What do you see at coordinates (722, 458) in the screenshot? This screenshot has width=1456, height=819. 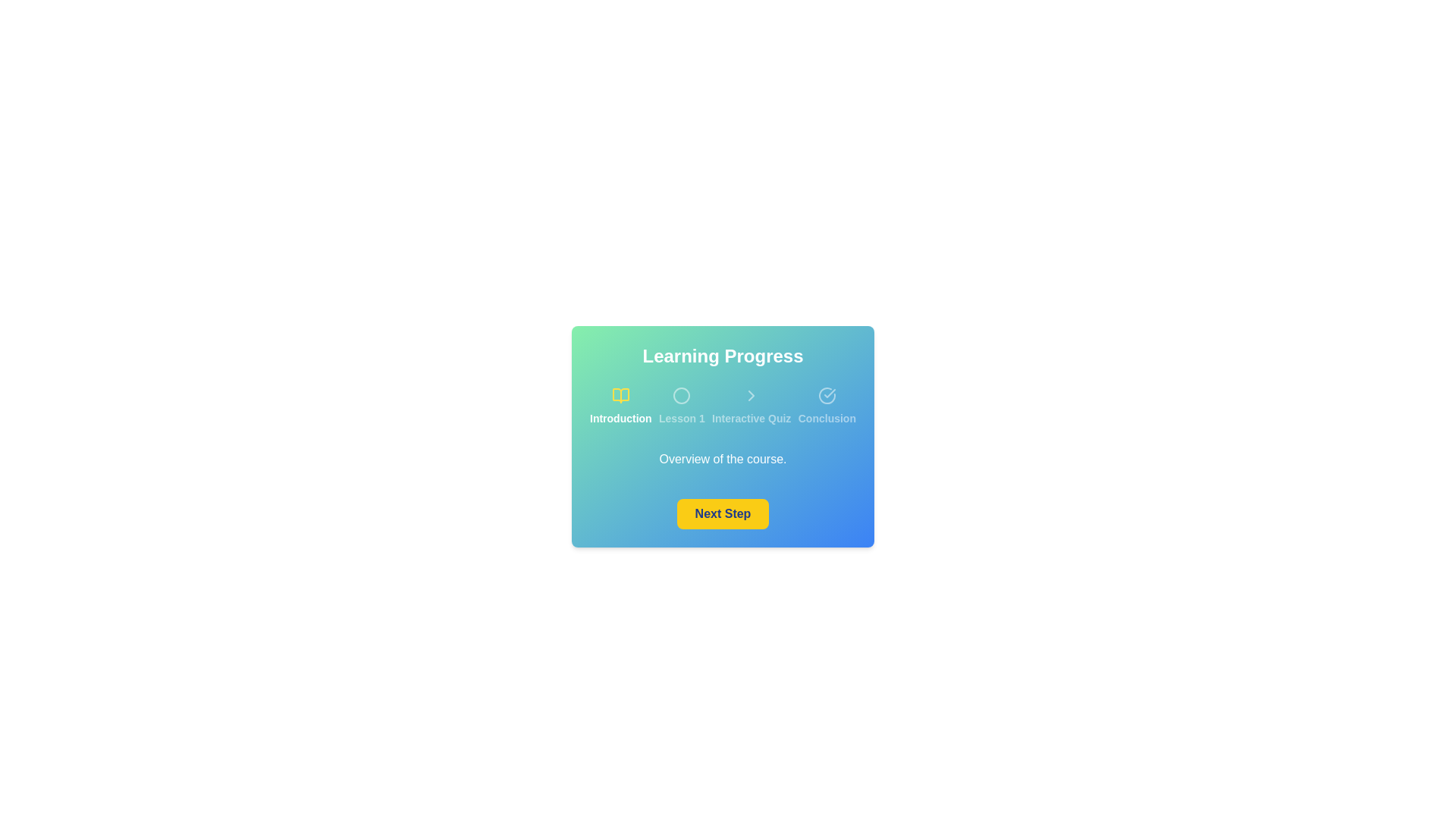 I see `the static text label displaying 'Overview of the course', which is centrally aligned within a card, located below the 'Learning Progress' heading and above the 'Next Step' button` at bounding box center [722, 458].